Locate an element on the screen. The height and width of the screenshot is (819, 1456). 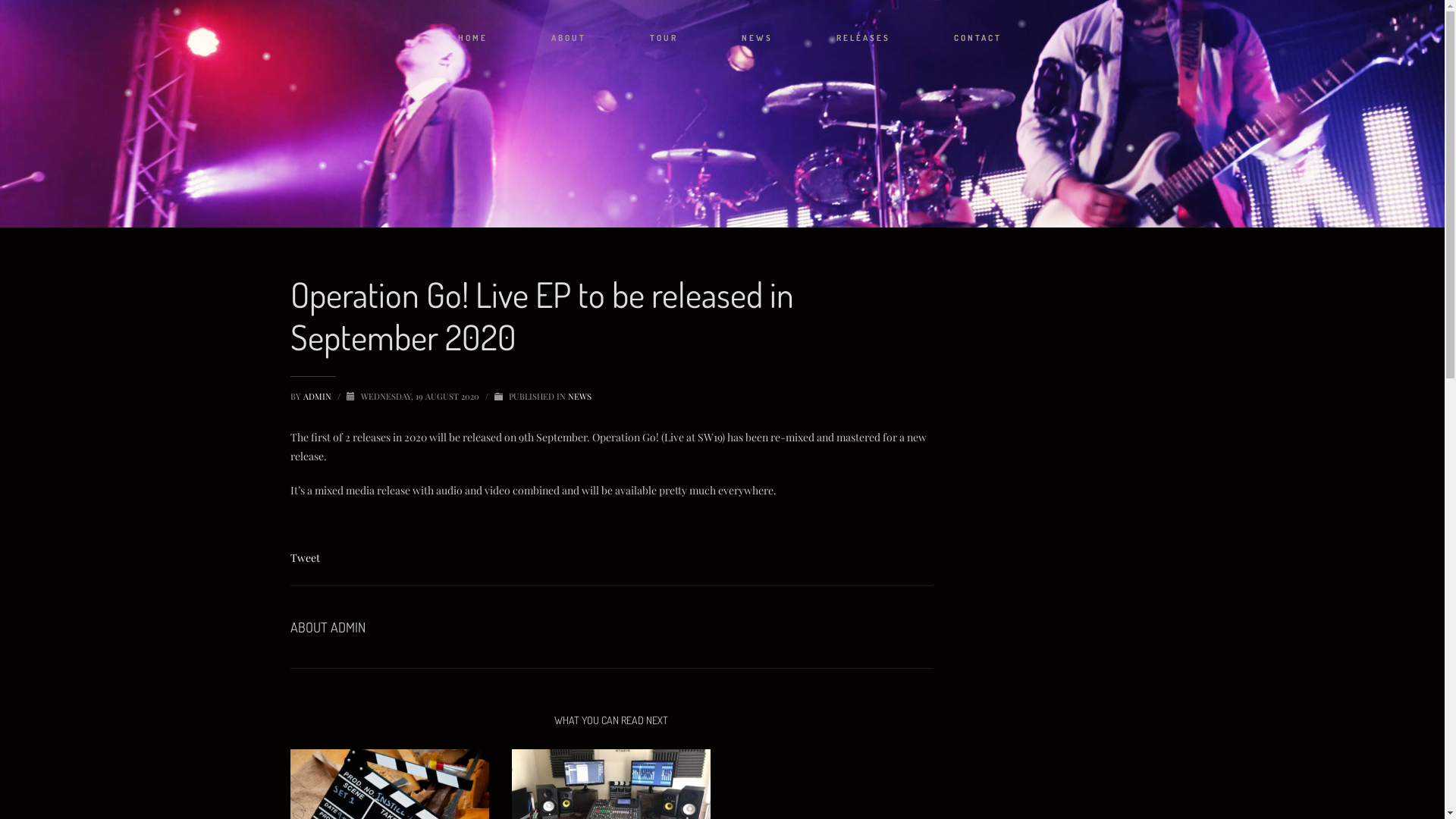
'NEWS' is located at coordinates (757, 37).